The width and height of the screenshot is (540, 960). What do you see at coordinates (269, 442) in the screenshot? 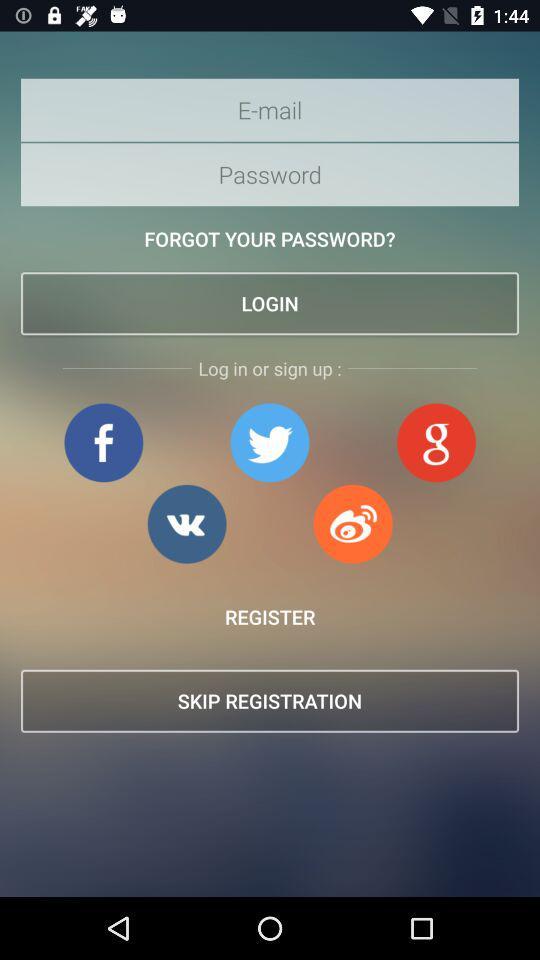
I see `open twitter` at bounding box center [269, 442].